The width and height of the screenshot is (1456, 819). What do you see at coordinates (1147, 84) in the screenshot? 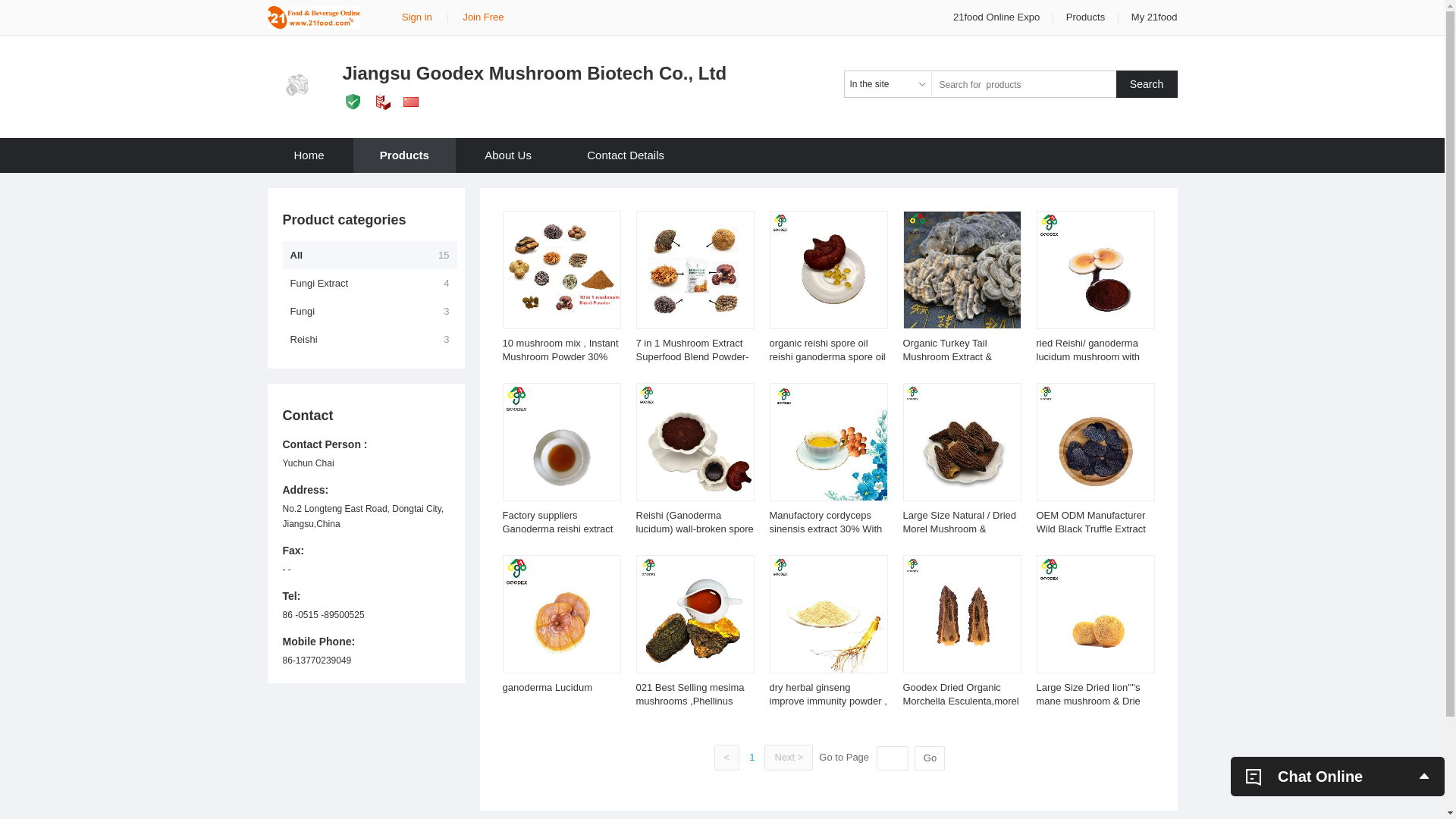
I see `'Search'` at bounding box center [1147, 84].